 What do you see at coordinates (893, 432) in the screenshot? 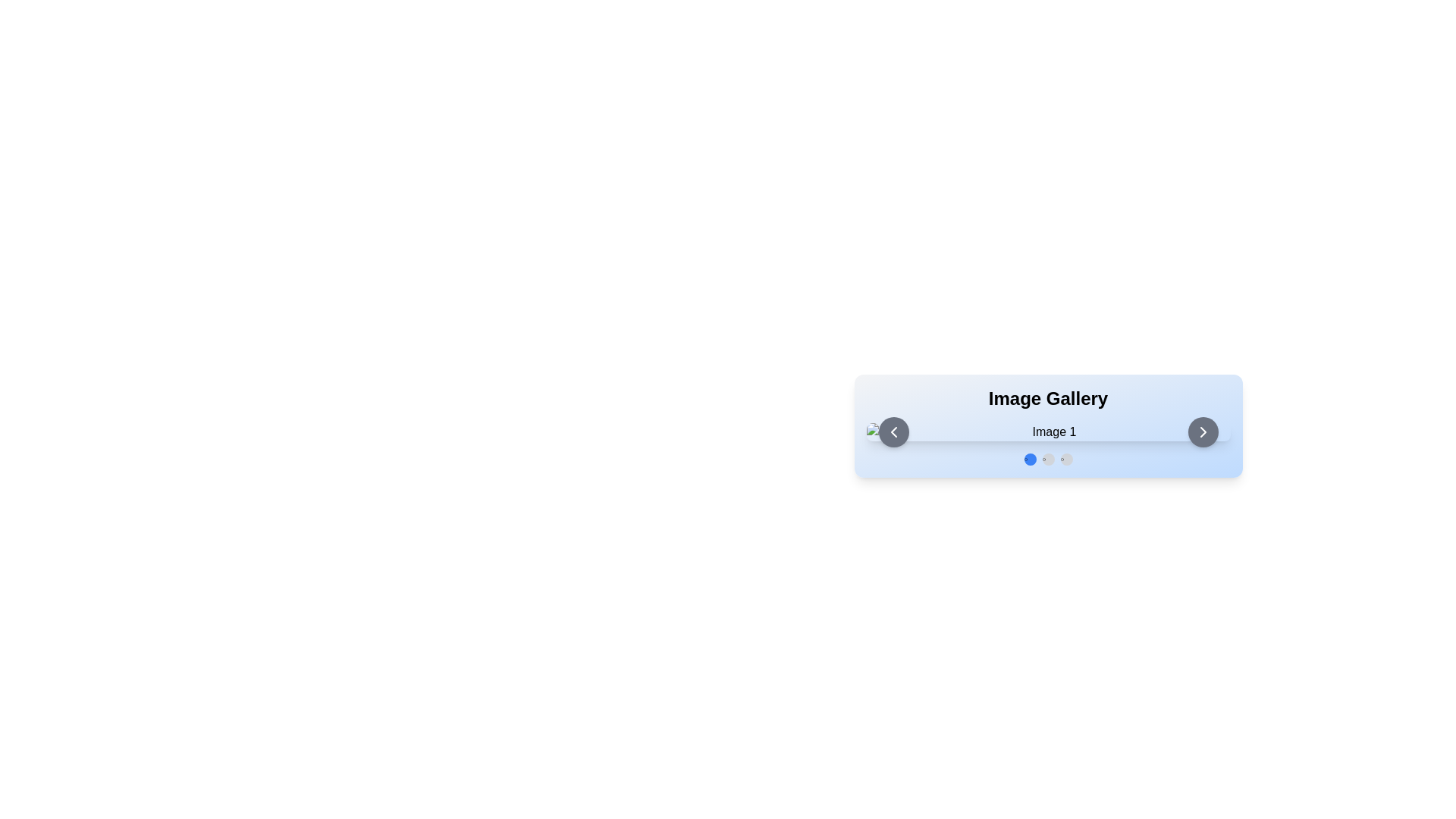
I see `the left-pointing chevron arrow icon located inside the left navigation button of the image gallery` at bounding box center [893, 432].